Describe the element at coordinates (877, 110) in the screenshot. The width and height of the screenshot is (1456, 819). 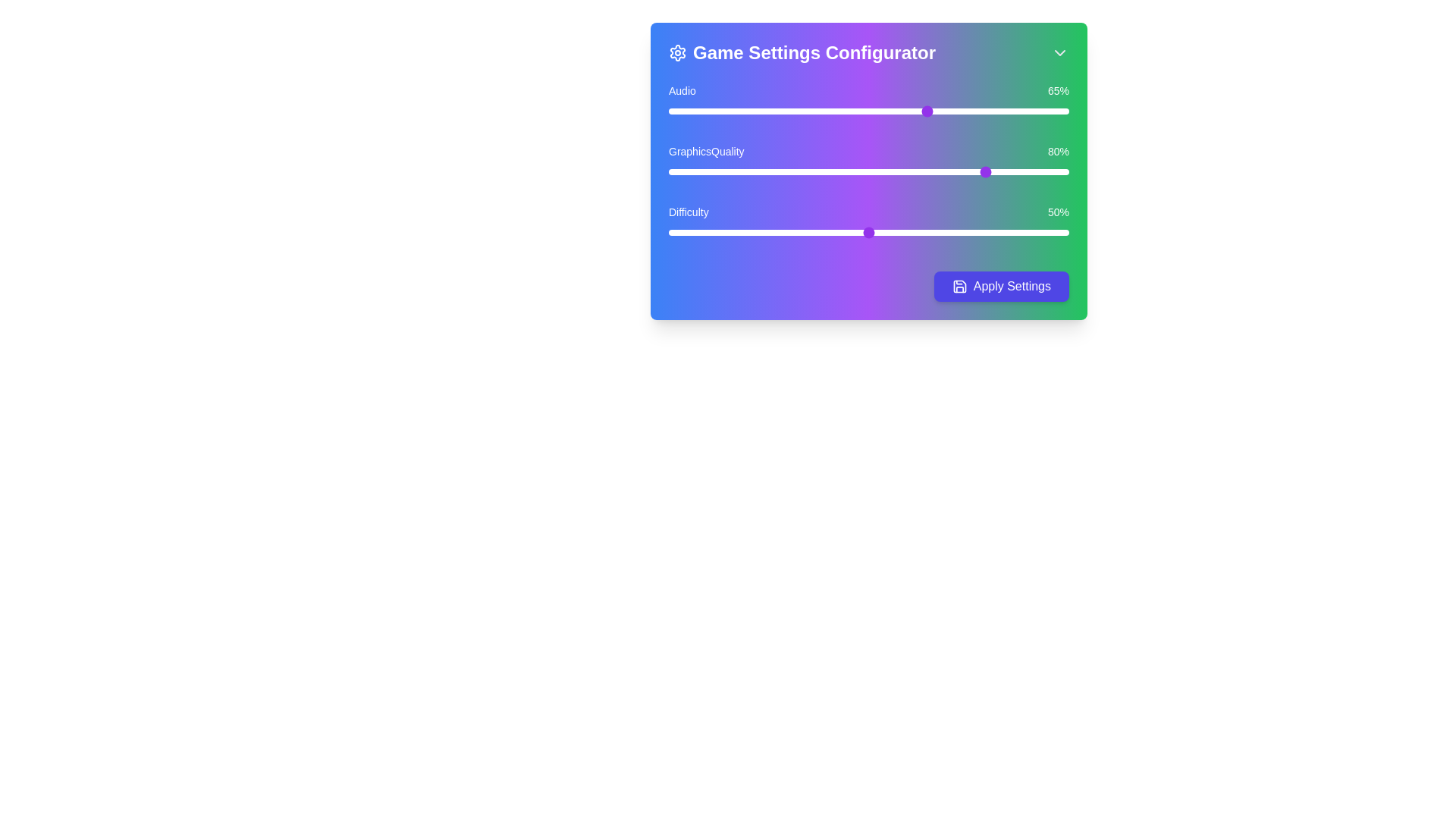
I see `the audio slider` at that location.